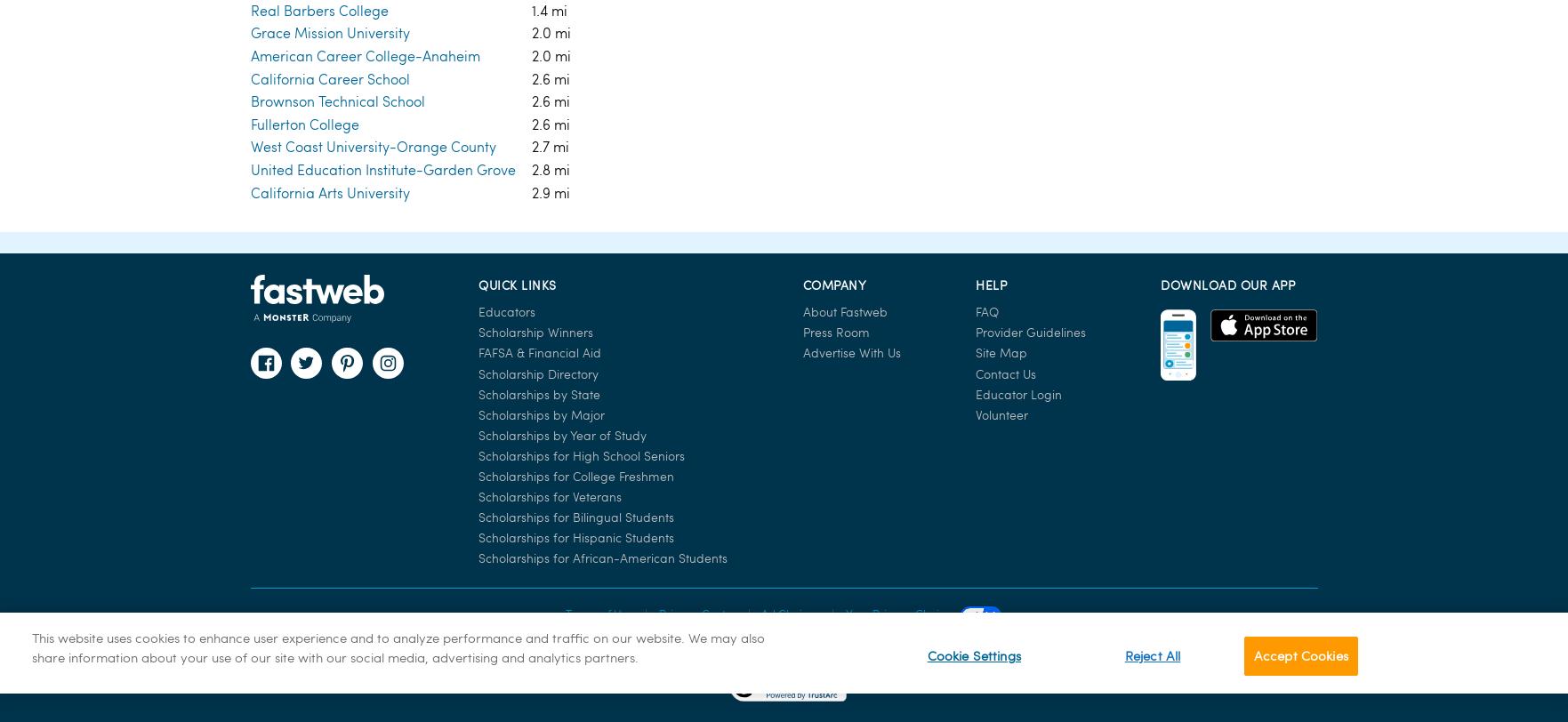  I want to click on 'Copyright © 2023', so click(784, 276).